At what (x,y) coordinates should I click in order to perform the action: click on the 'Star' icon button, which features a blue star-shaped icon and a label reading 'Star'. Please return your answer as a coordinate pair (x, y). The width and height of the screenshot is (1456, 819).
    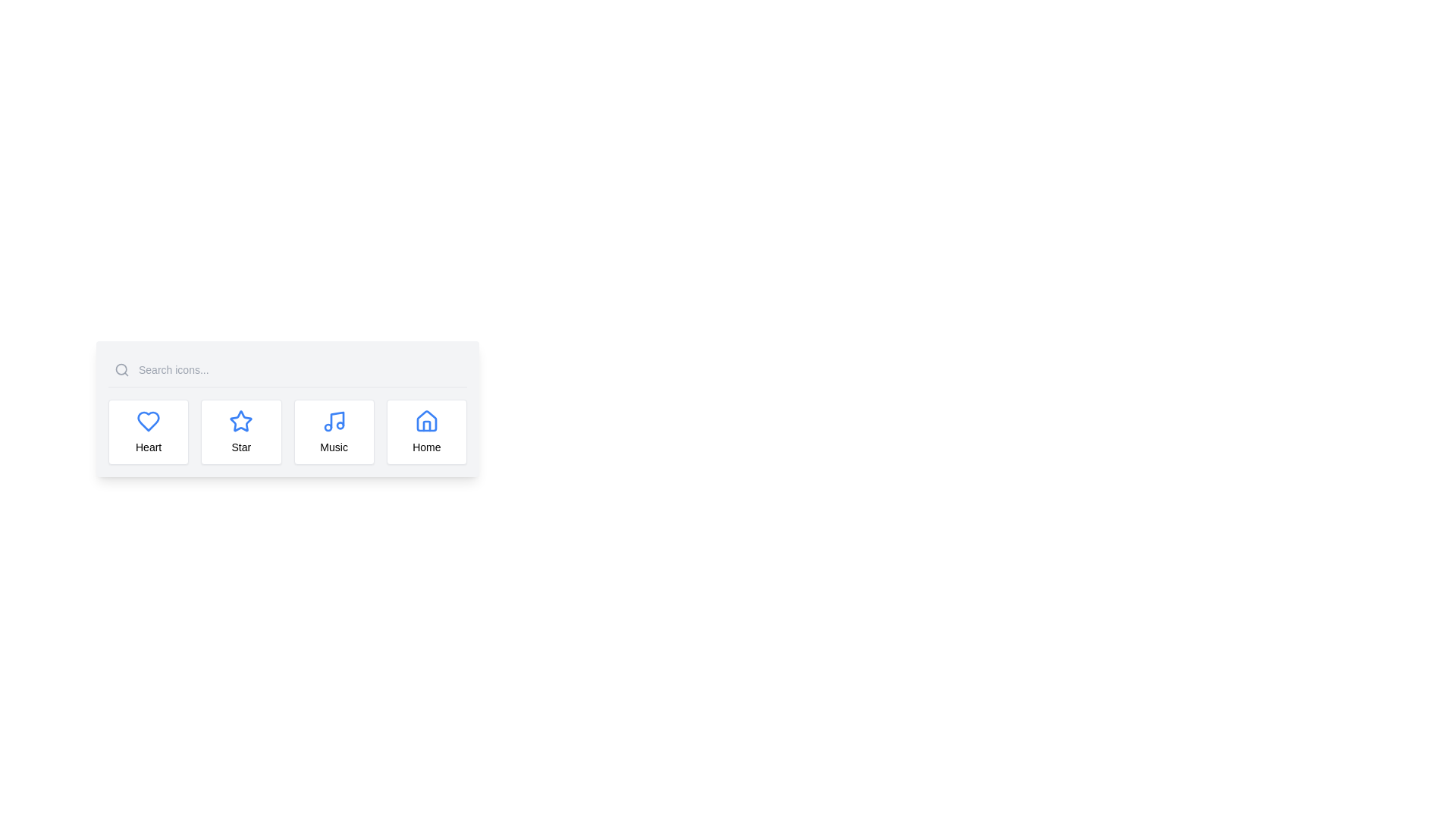
    Looking at the image, I should click on (240, 432).